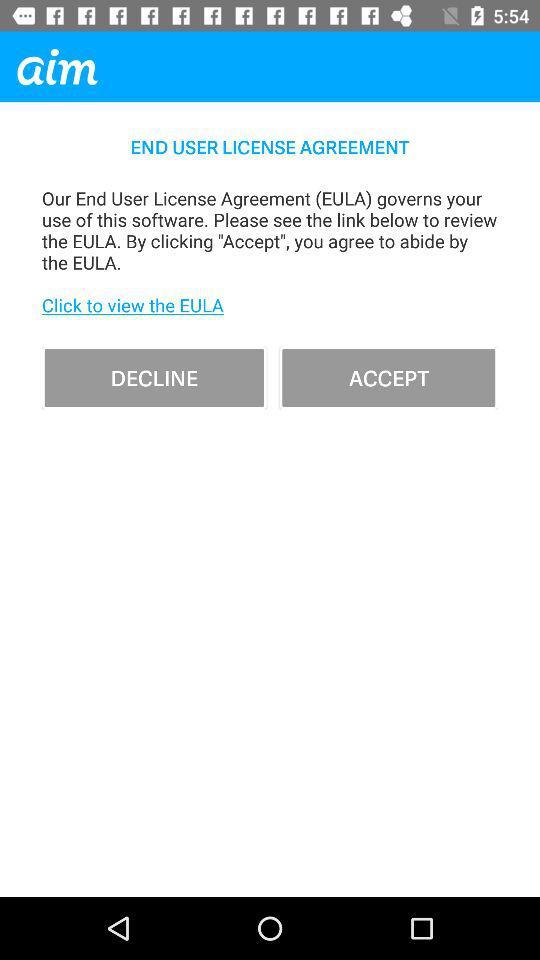 This screenshot has width=540, height=960. What do you see at coordinates (153, 376) in the screenshot?
I see `item below our end user item` at bounding box center [153, 376].